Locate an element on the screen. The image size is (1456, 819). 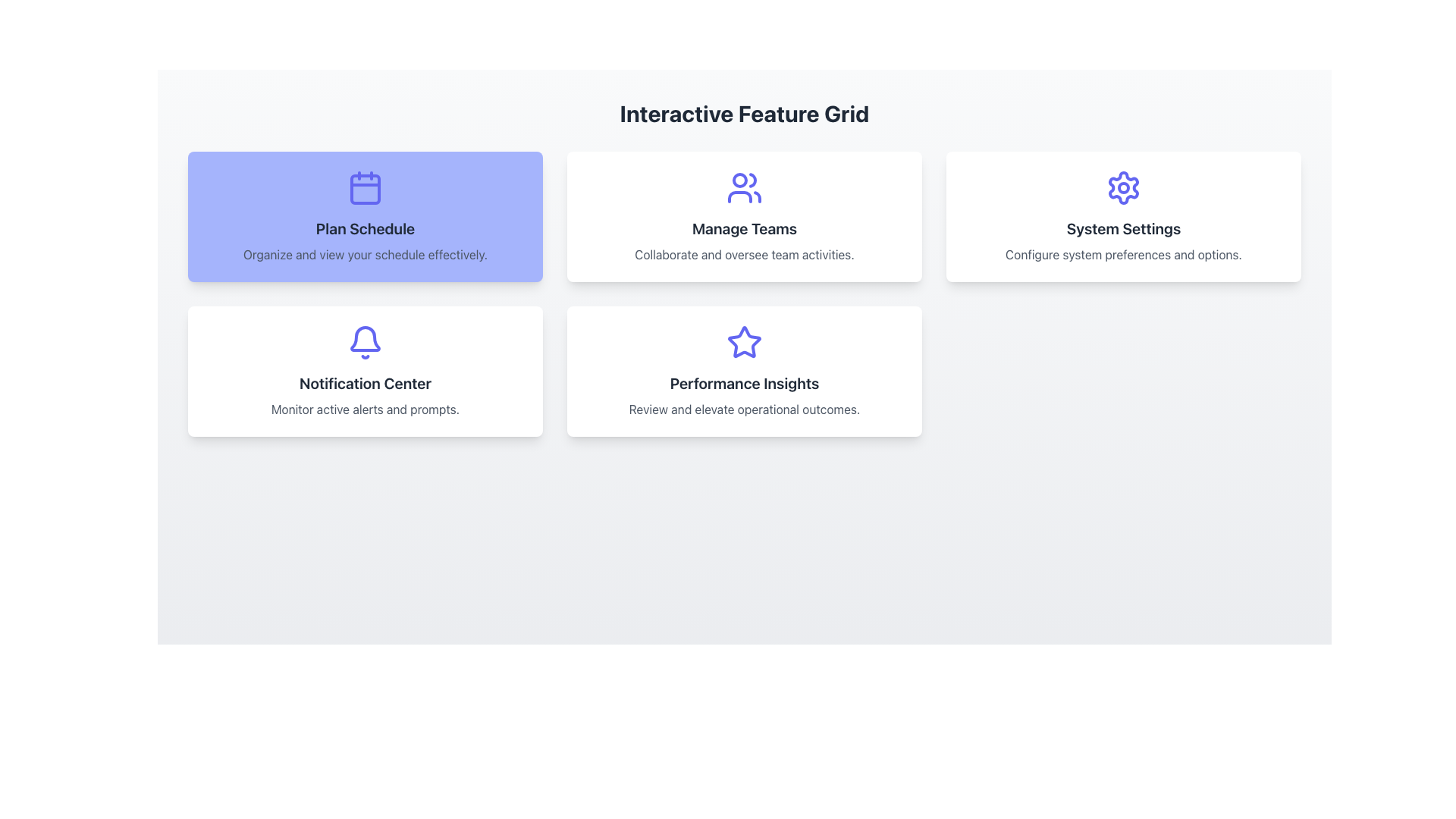
the 'Manage Teams' icon located at the top-right section of the 'Manage Teams' card, which is part of the grid layout of features is located at coordinates (745, 187).